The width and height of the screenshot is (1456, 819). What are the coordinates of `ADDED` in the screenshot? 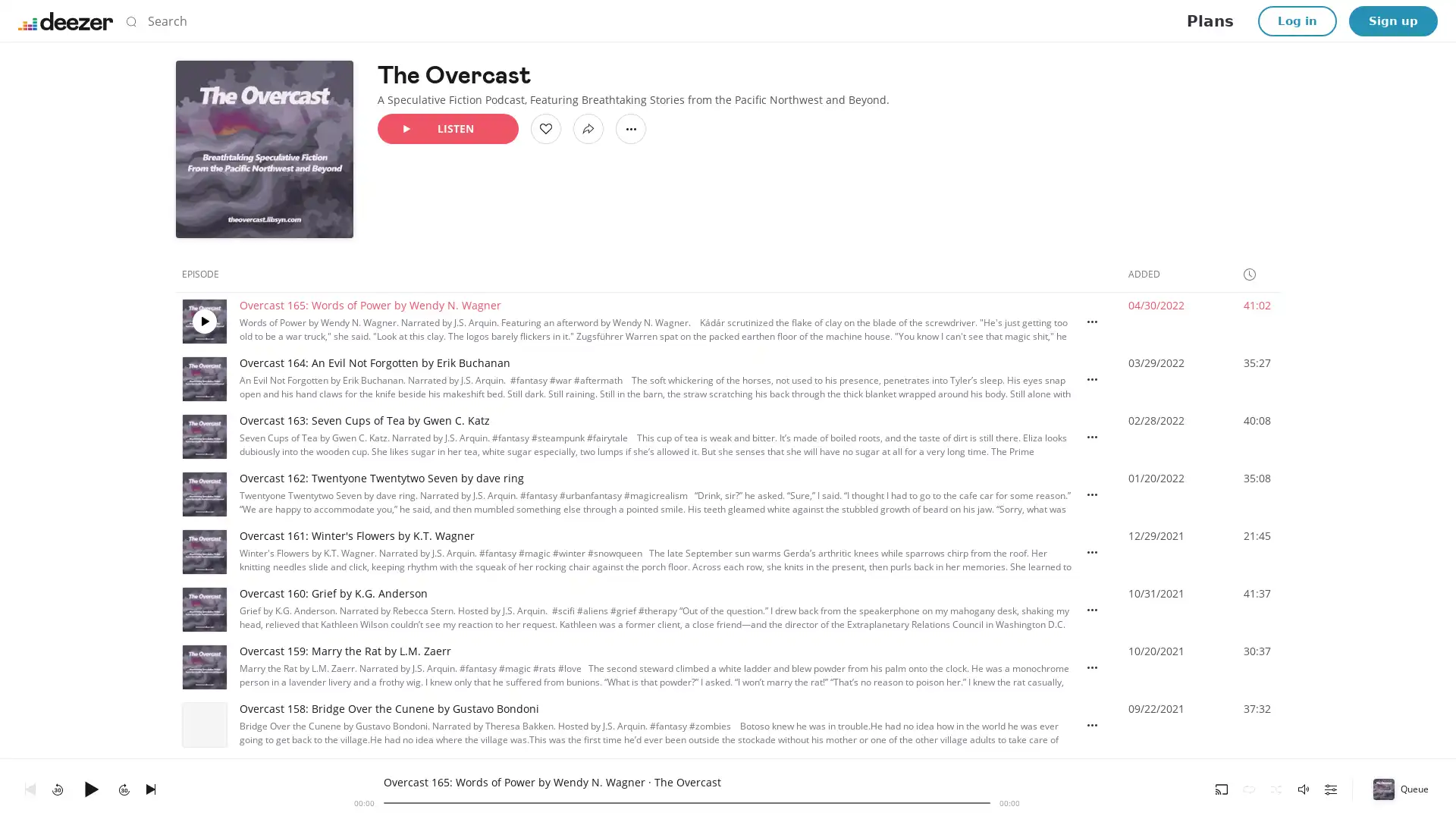 It's located at (1150, 274).